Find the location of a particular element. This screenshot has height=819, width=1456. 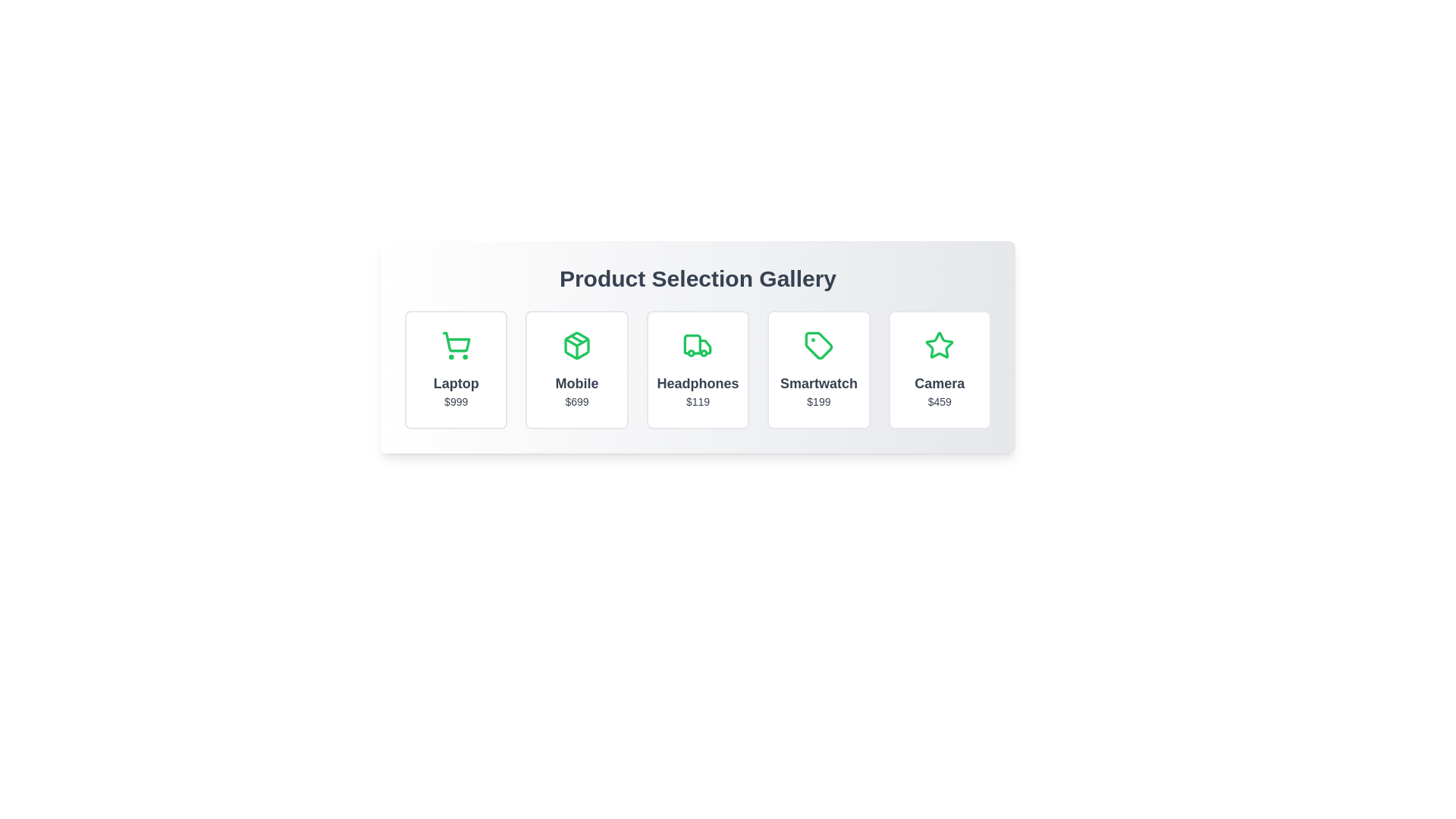

the smartwatch icon located centrally within the card in the product selection gallery is located at coordinates (817, 345).